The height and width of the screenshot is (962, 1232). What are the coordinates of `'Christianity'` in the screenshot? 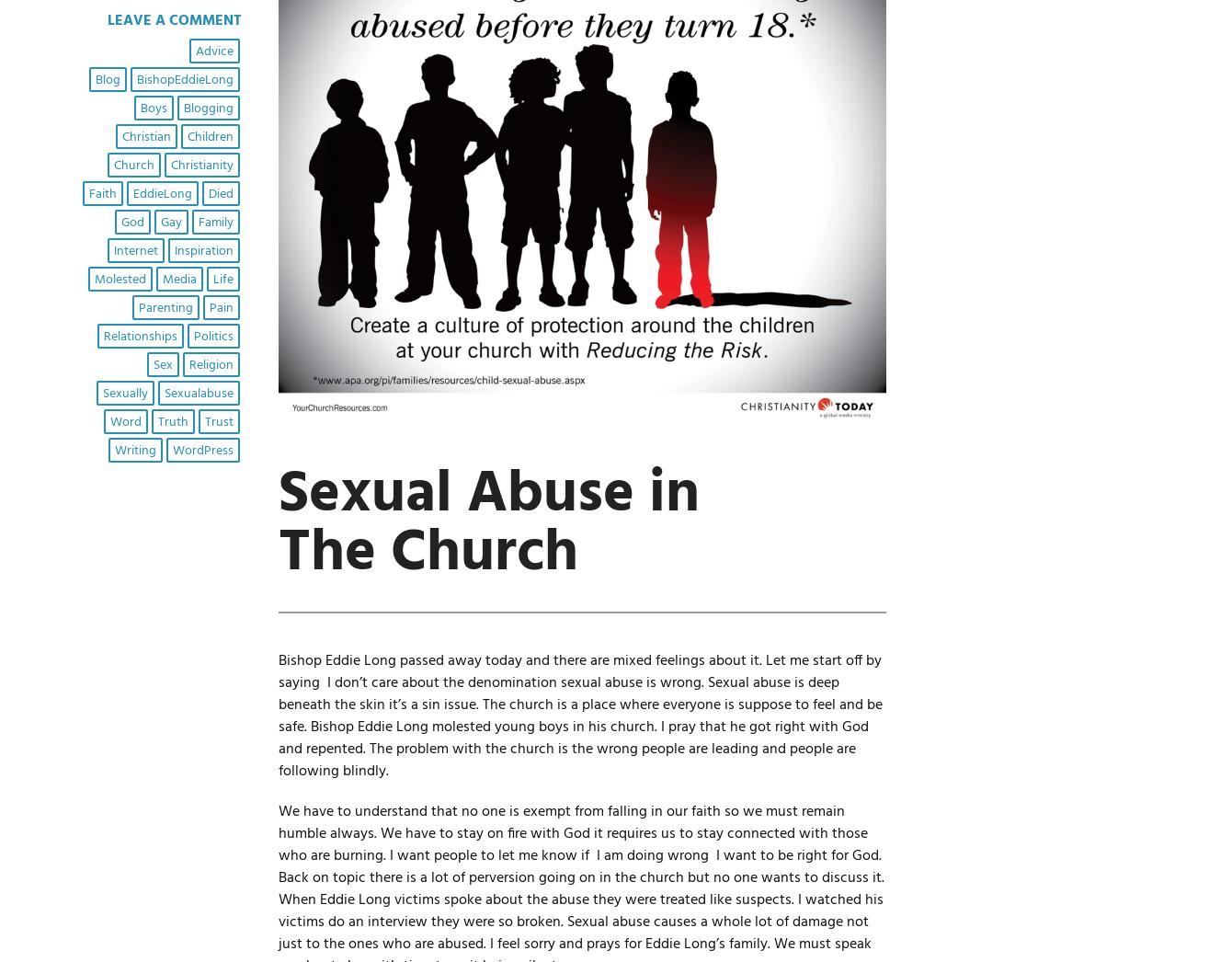 It's located at (200, 165).